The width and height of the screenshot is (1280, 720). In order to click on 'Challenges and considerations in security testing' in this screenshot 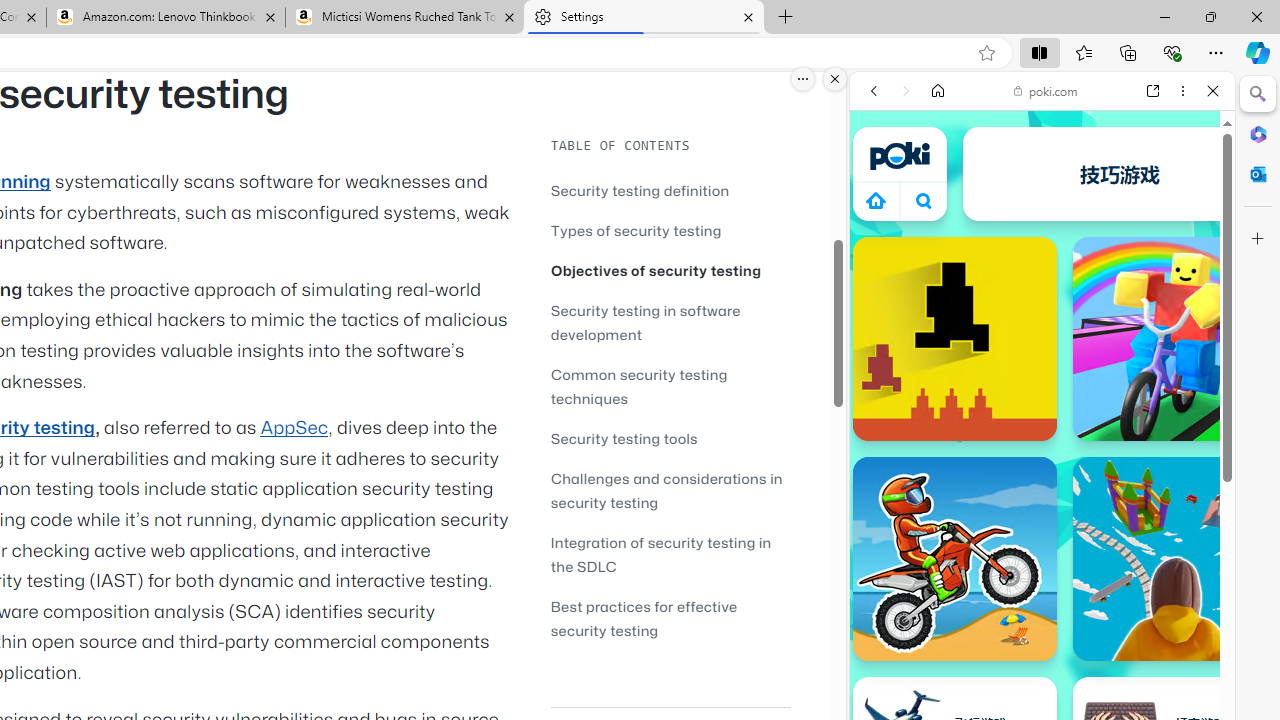, I will do `click(666, 490)`.